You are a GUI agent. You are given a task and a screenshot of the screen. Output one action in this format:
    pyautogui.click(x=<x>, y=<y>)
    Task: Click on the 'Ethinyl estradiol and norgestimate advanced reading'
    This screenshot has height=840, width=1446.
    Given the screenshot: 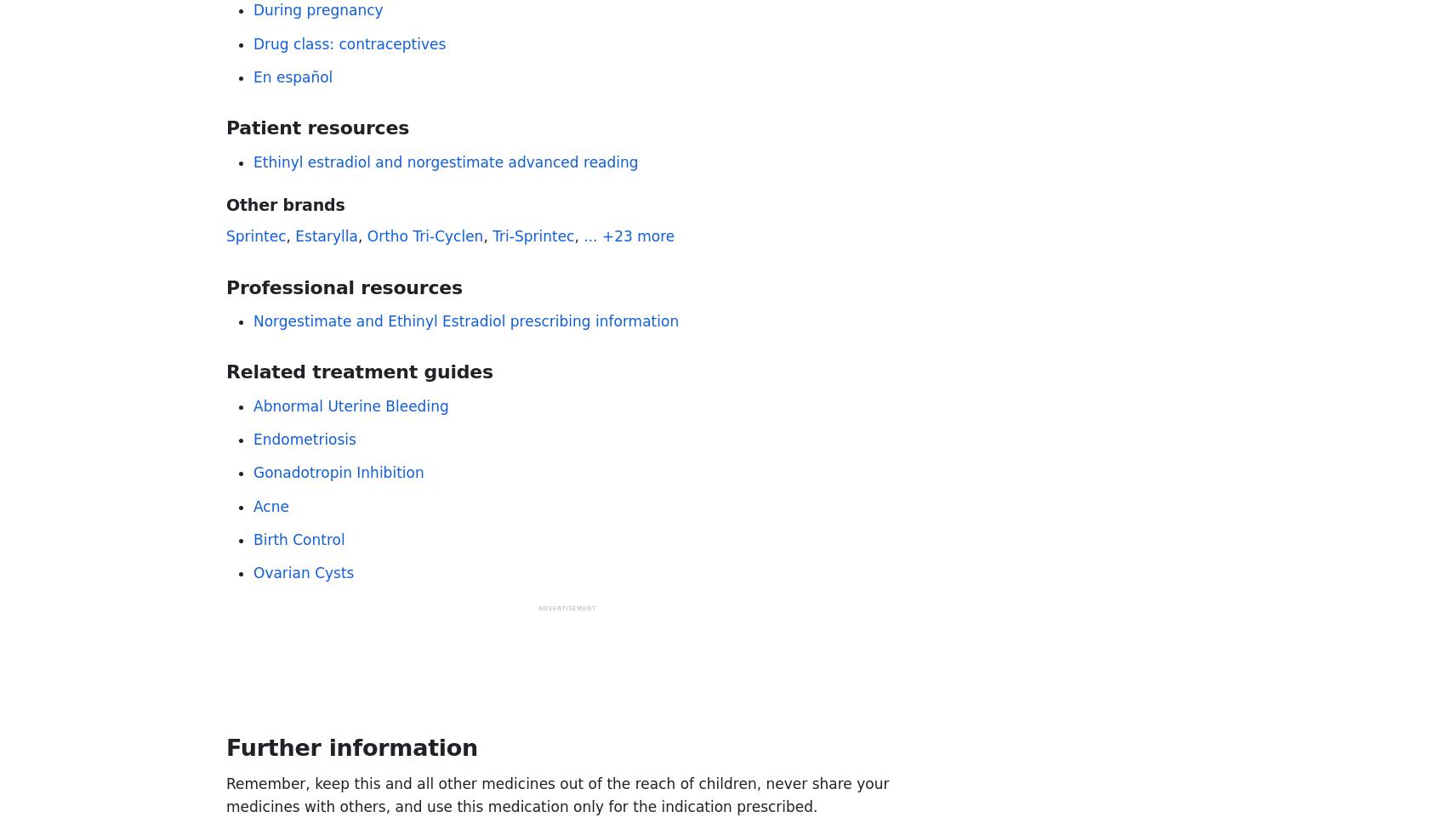 What is the action you would take?
    pyautogui.click(x=445, y=161)
    